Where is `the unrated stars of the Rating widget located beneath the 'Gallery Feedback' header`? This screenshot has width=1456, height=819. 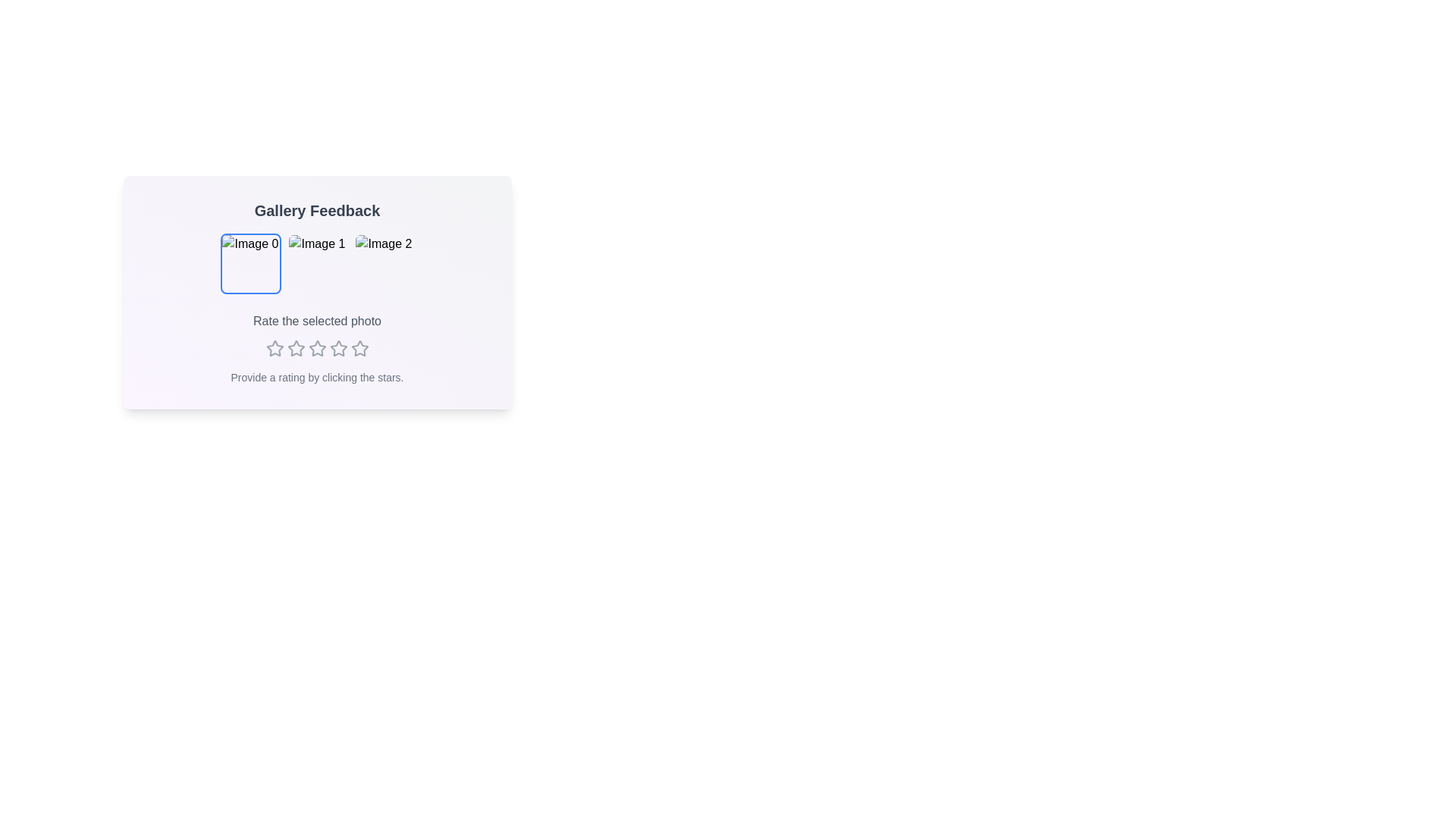
the unrated stars of the Rating widget located beneath the 'Gallery Feedback' header is located at coordinates (316, 348).